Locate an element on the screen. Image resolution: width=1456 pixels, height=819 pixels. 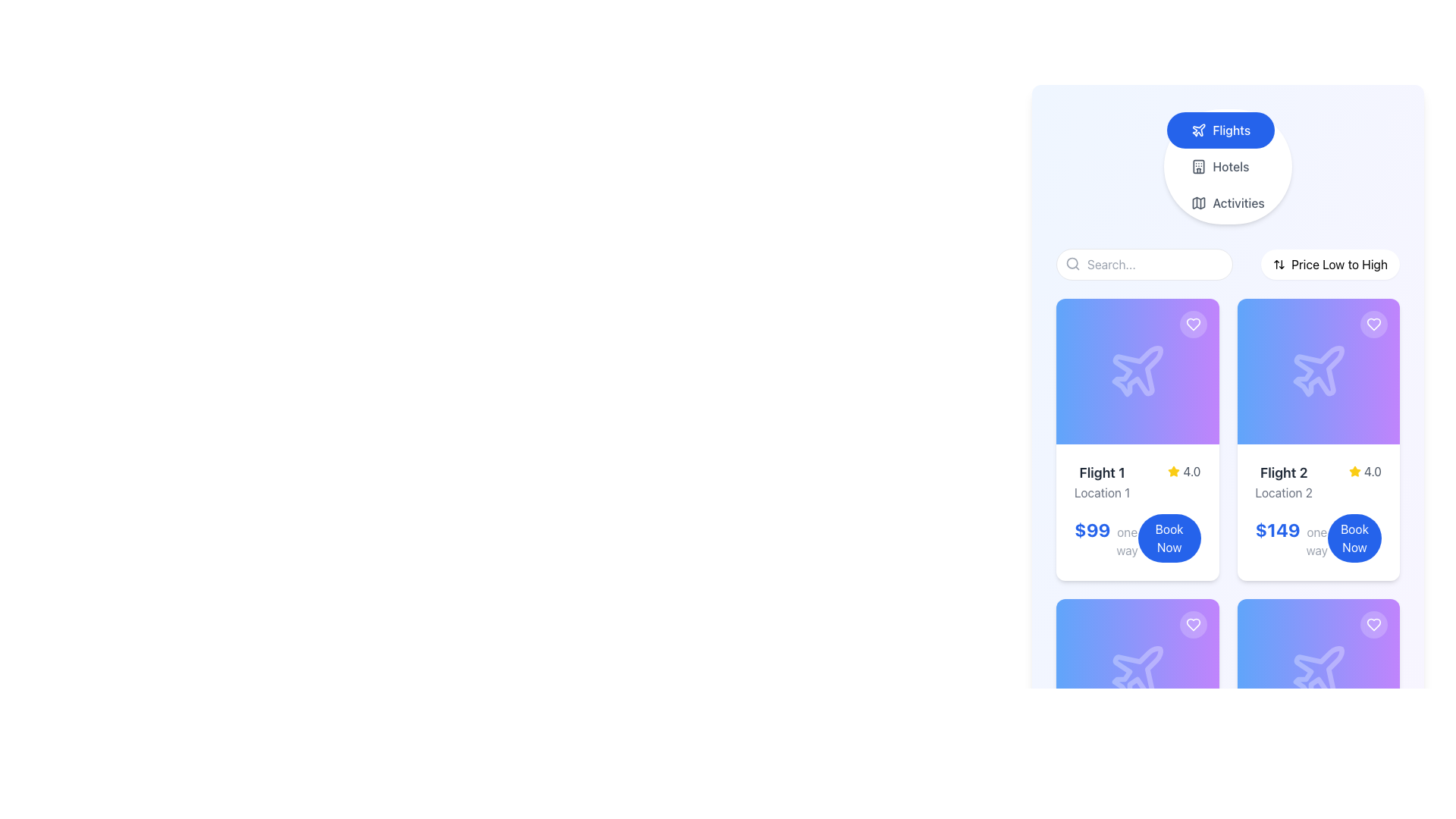
the flight icon located at the center of the second card in the list, which is positioned below the header tabs for 'Flights', 'Hotels', and 'Activities' is located at coordinates (1317, 371).